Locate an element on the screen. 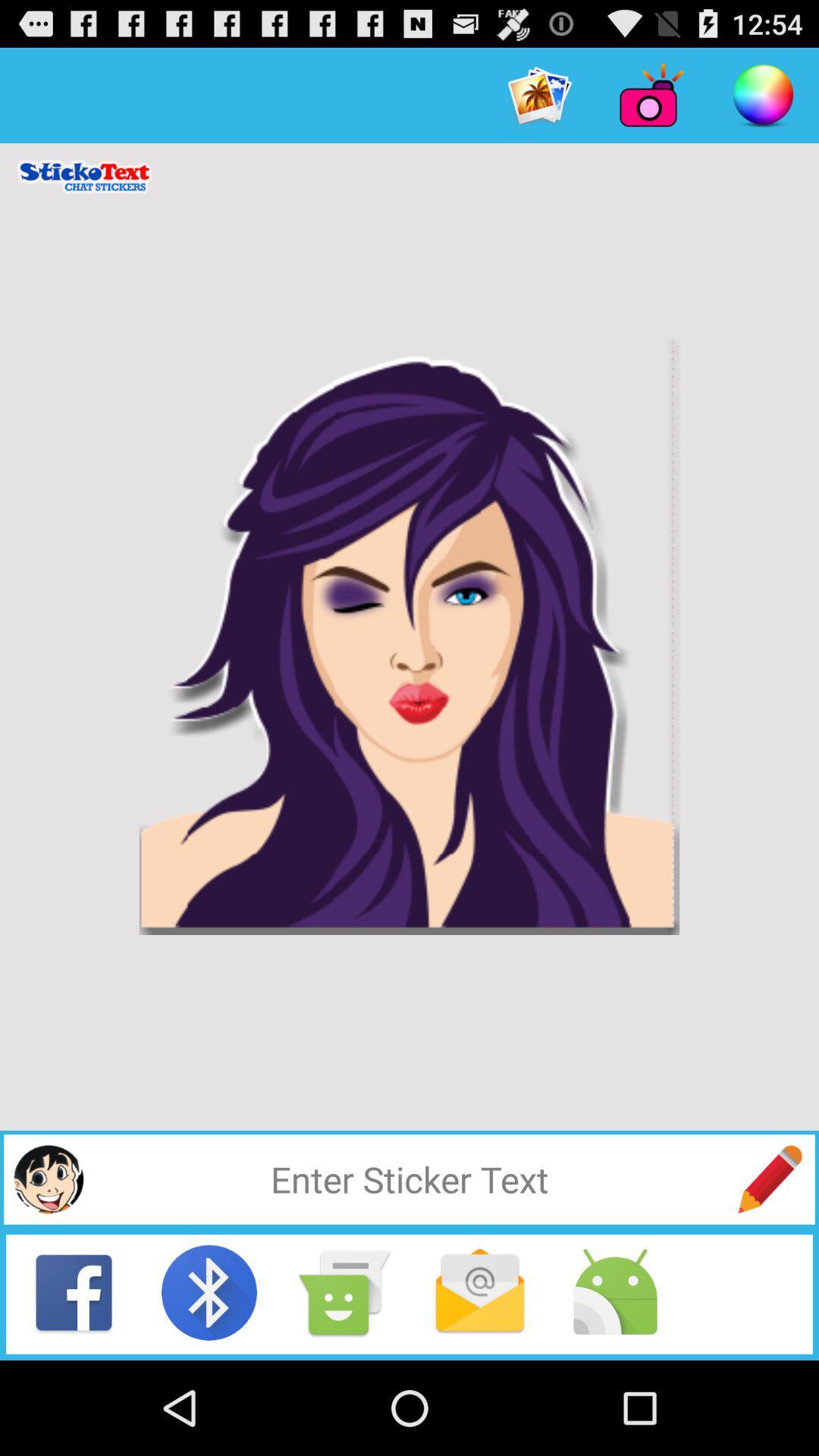 The width and height of the screenshot is (819, 1456). profile is located at coordinates (48, 1178).